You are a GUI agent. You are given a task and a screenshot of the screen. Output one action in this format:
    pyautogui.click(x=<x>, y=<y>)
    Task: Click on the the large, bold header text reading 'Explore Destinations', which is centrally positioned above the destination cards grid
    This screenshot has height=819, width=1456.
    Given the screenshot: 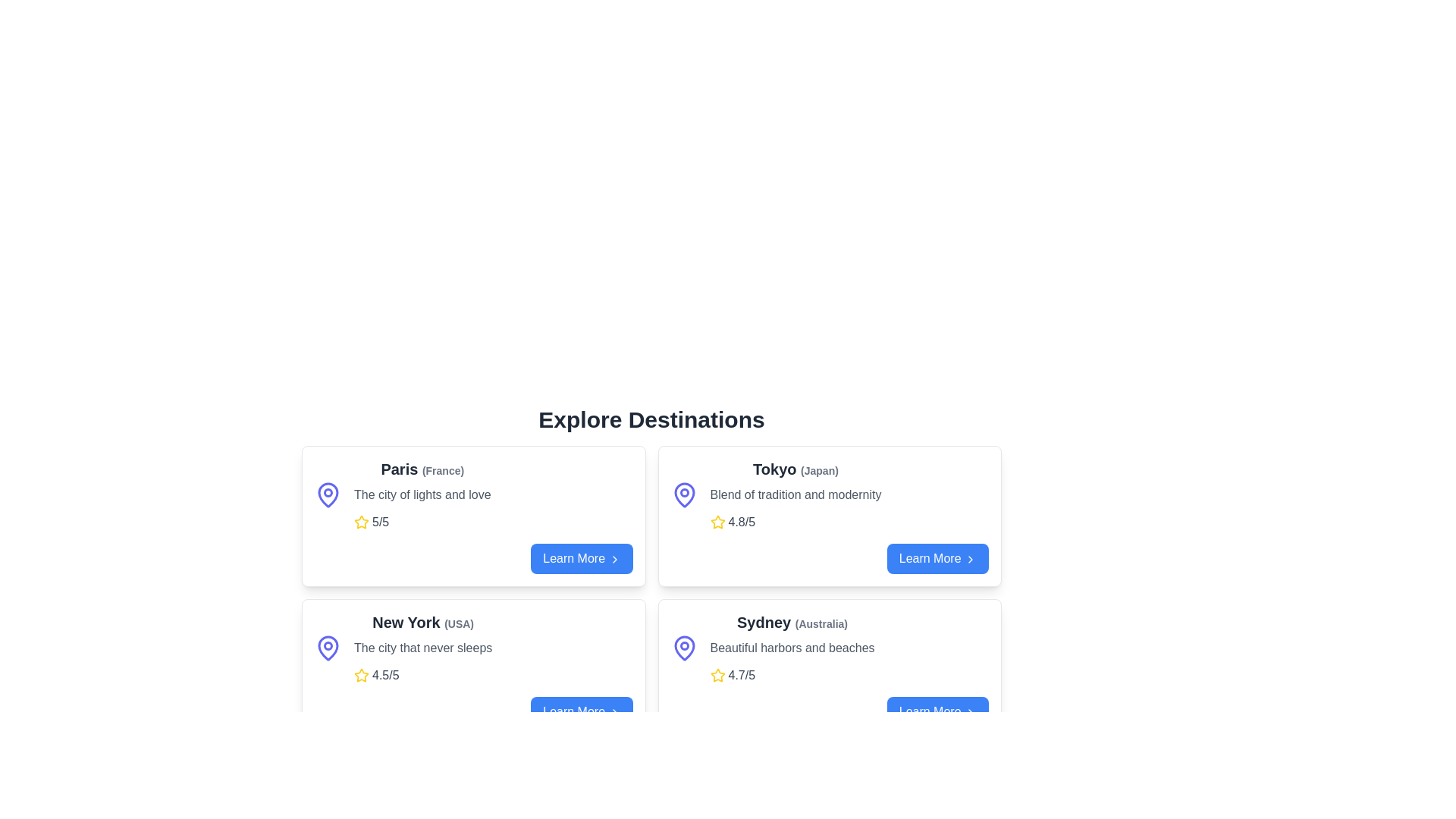 What is the action you would take?
    pyautogui.click(x=651, y=420)
    